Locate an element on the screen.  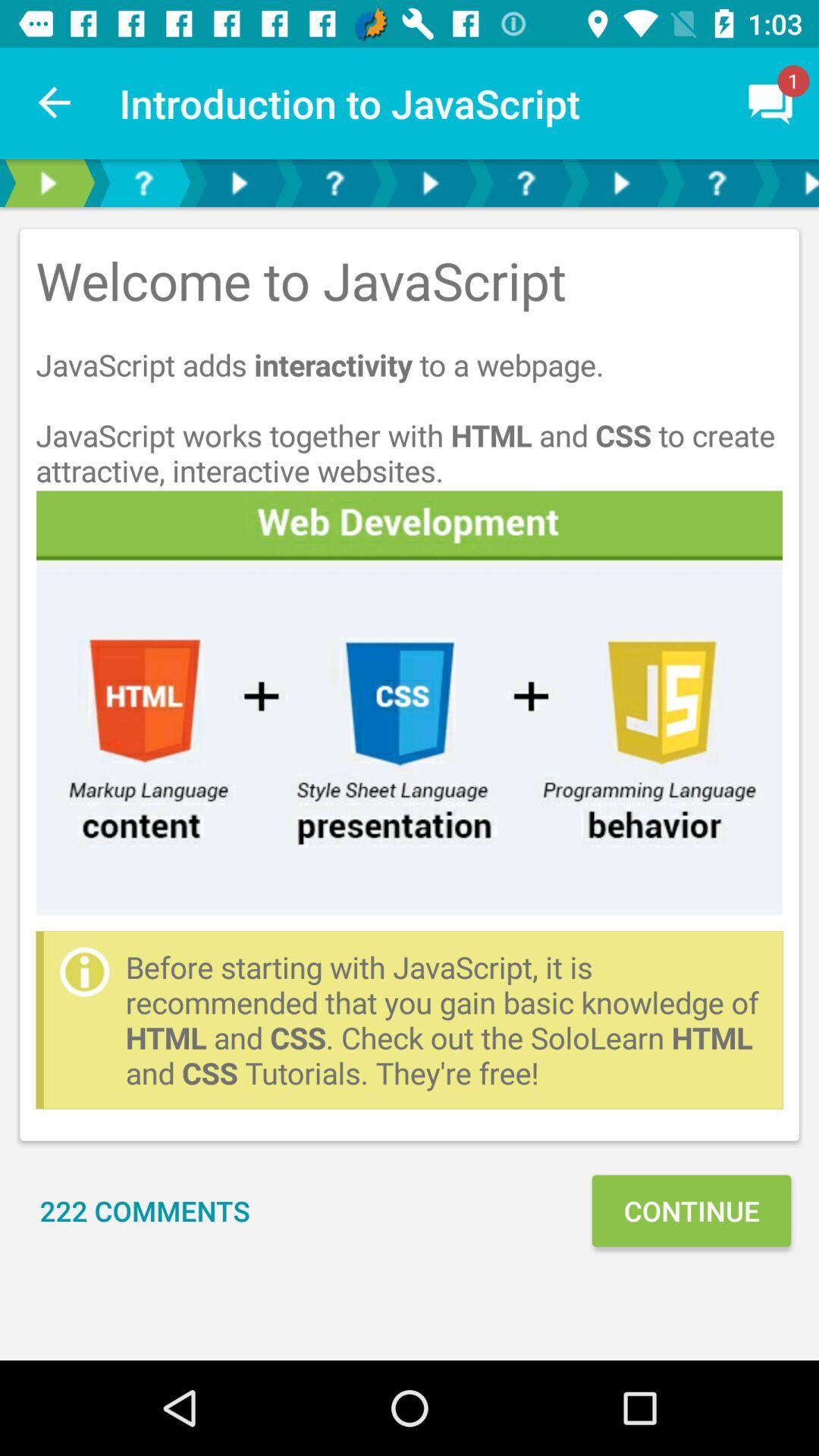
item to the left of continue item is located at coordinates (145, 1210).